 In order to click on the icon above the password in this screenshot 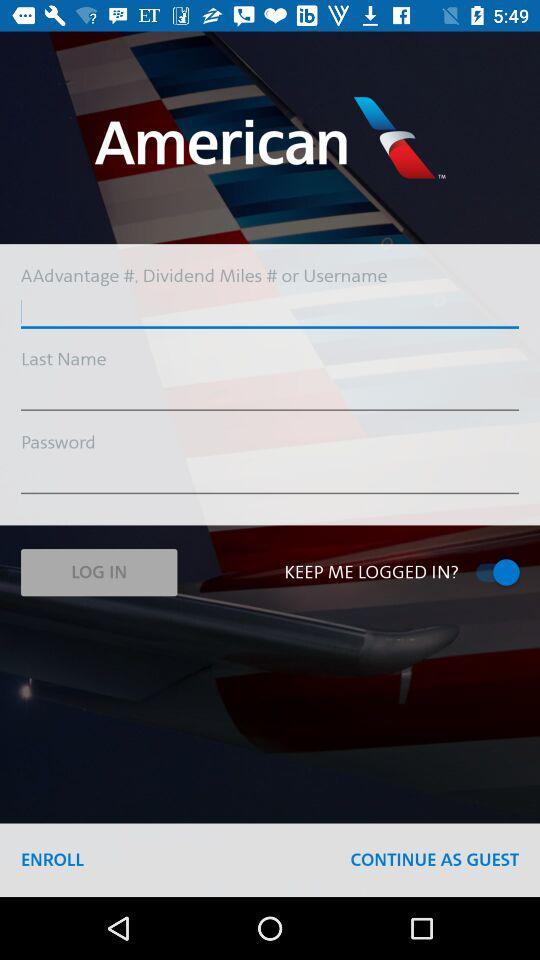, I will do `click(270, 394)`.